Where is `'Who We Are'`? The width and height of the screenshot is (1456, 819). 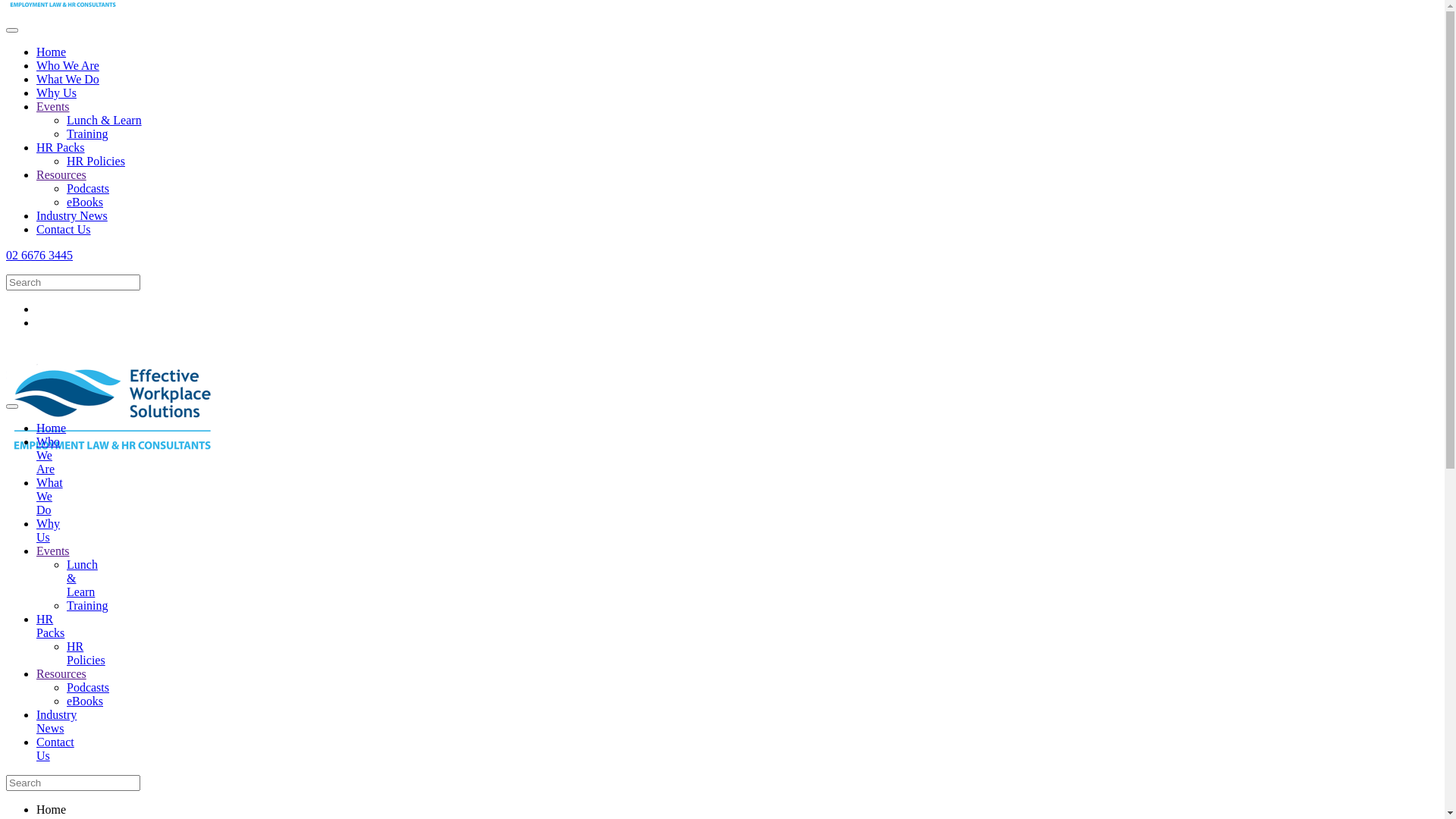
'Who We Are' is located at coordinates (48, 454).